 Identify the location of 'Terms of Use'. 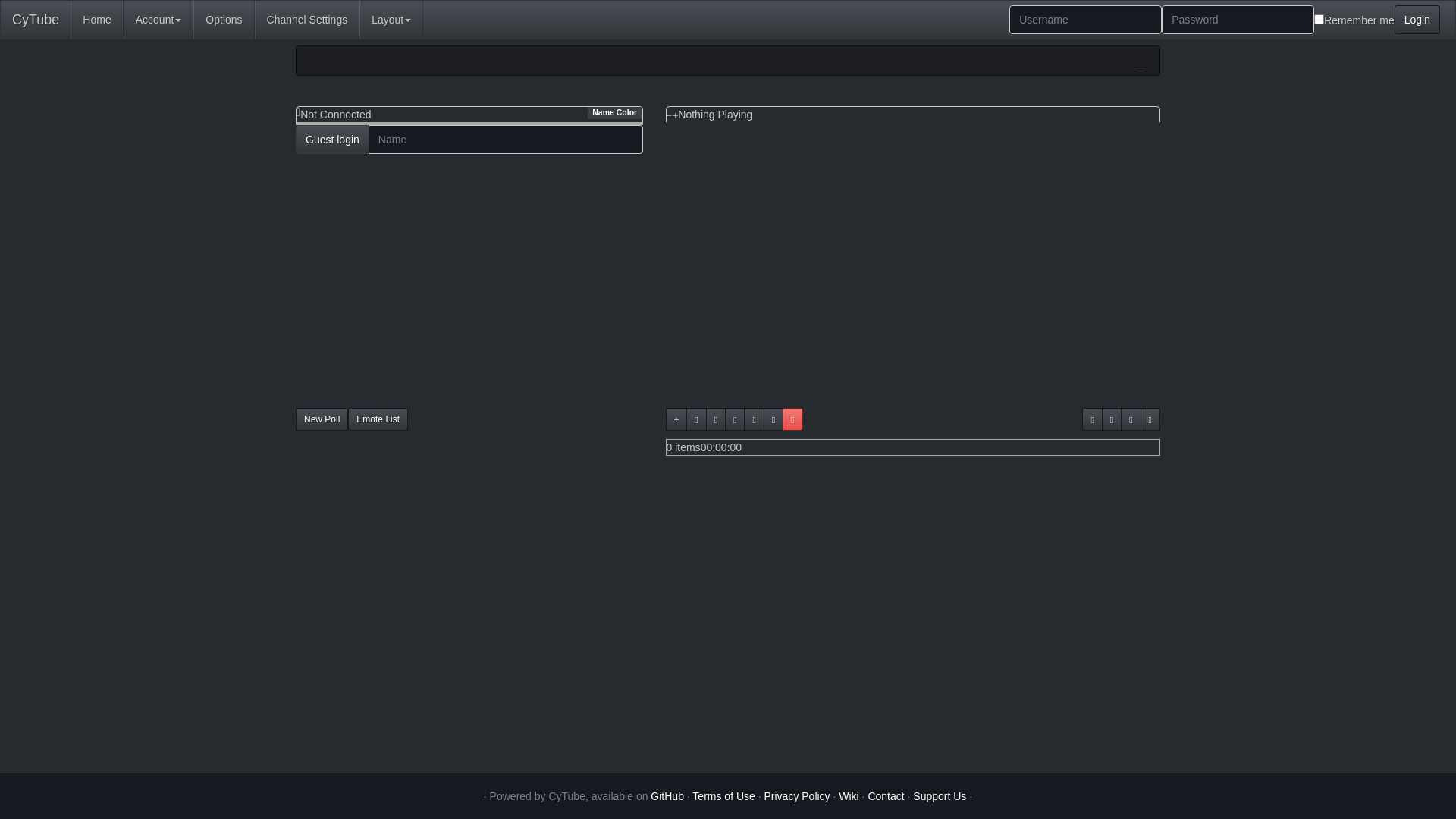
(723, 795).